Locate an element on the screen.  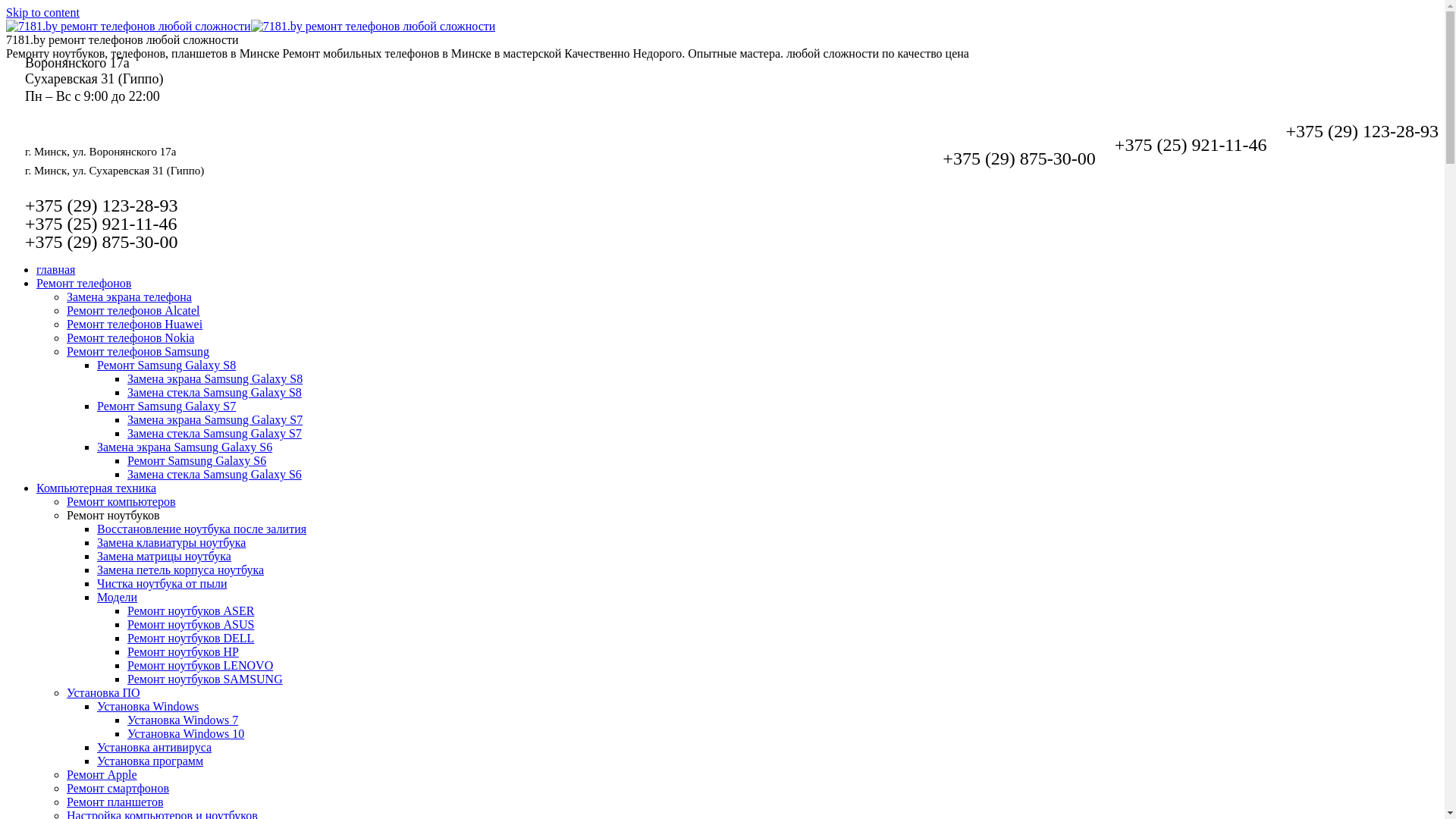
'+375 (29) 875-30-00' is located at coordinates (101, 241).